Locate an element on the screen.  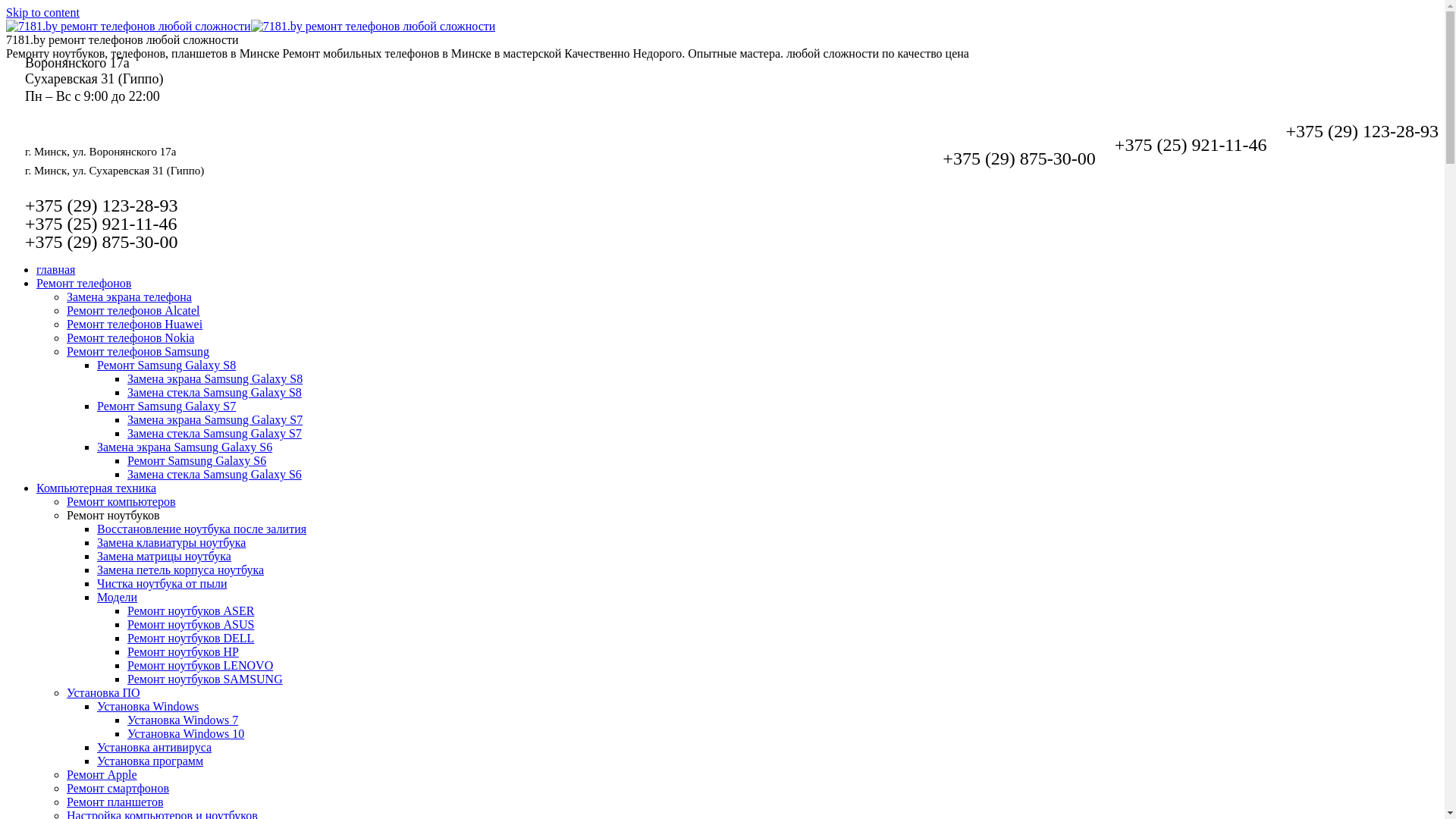
'+375 (29) 875-30-00' is located at coordinates (101, 241).